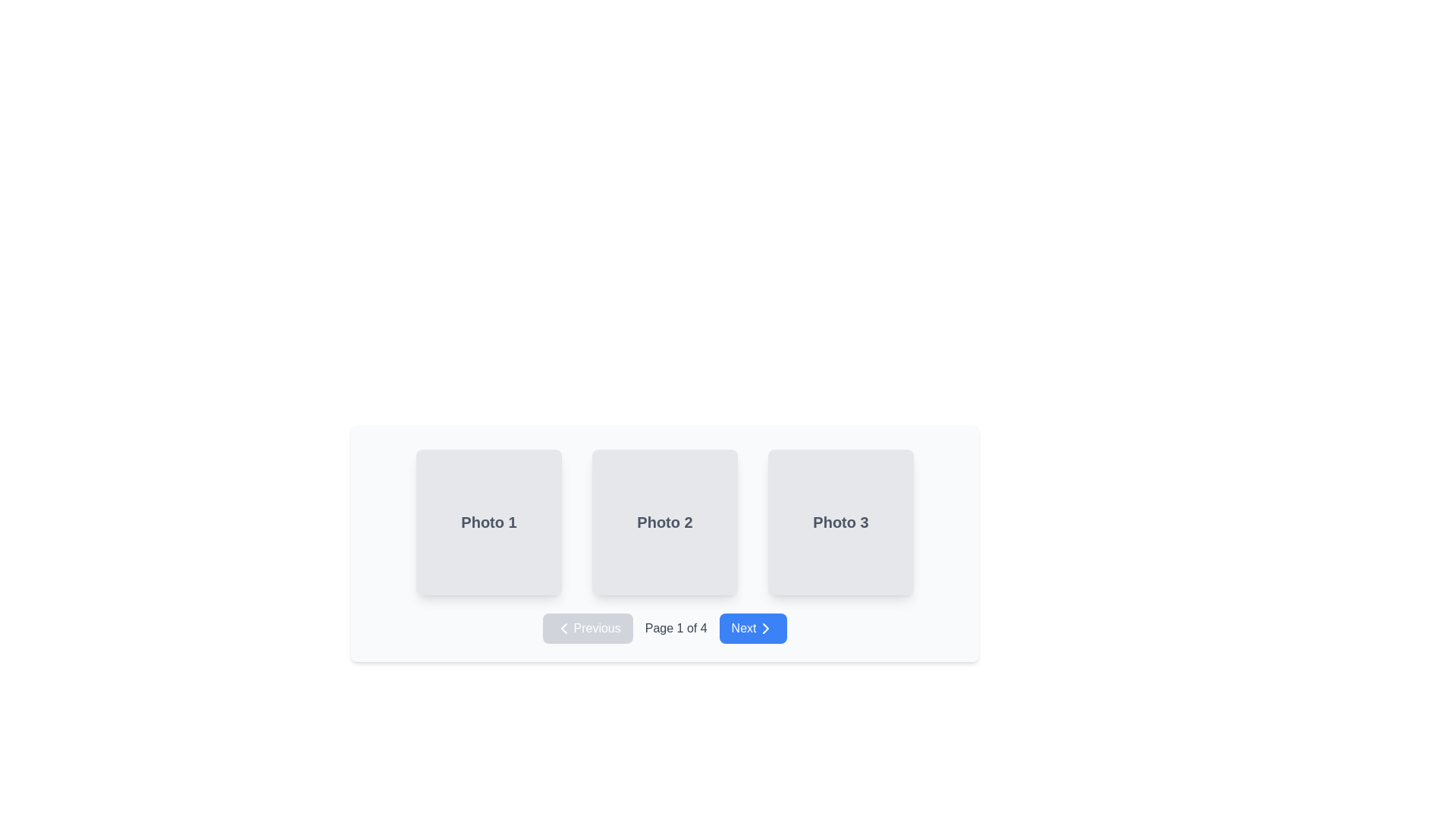  What do you see at coordinates (839, 522) in the screenshot?
I see `the 'Photo 3' static card` at bounding box center [839, 522].